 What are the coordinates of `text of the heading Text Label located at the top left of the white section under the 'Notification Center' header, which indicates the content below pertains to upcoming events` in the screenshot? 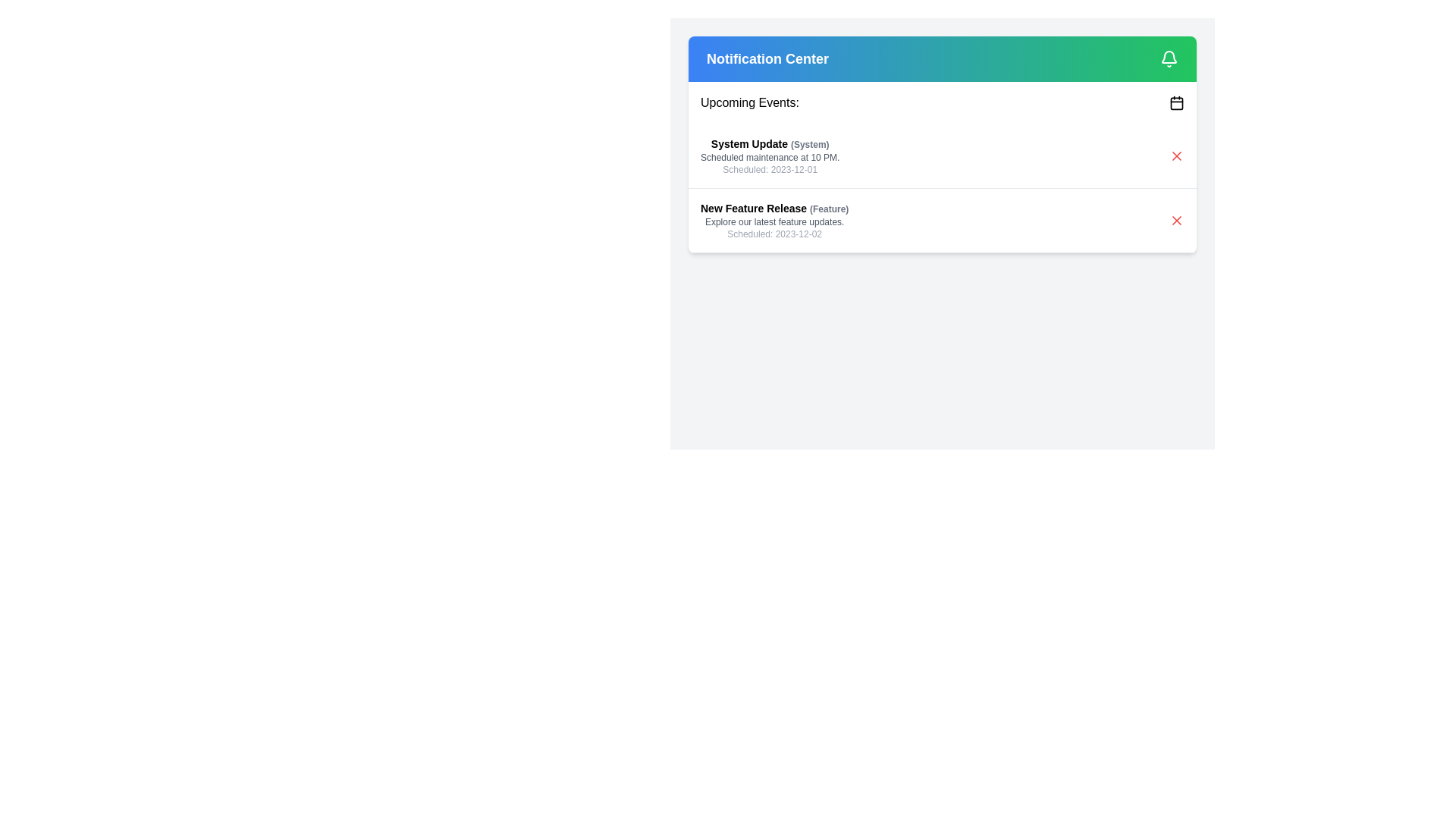 It's located at (749, 102).